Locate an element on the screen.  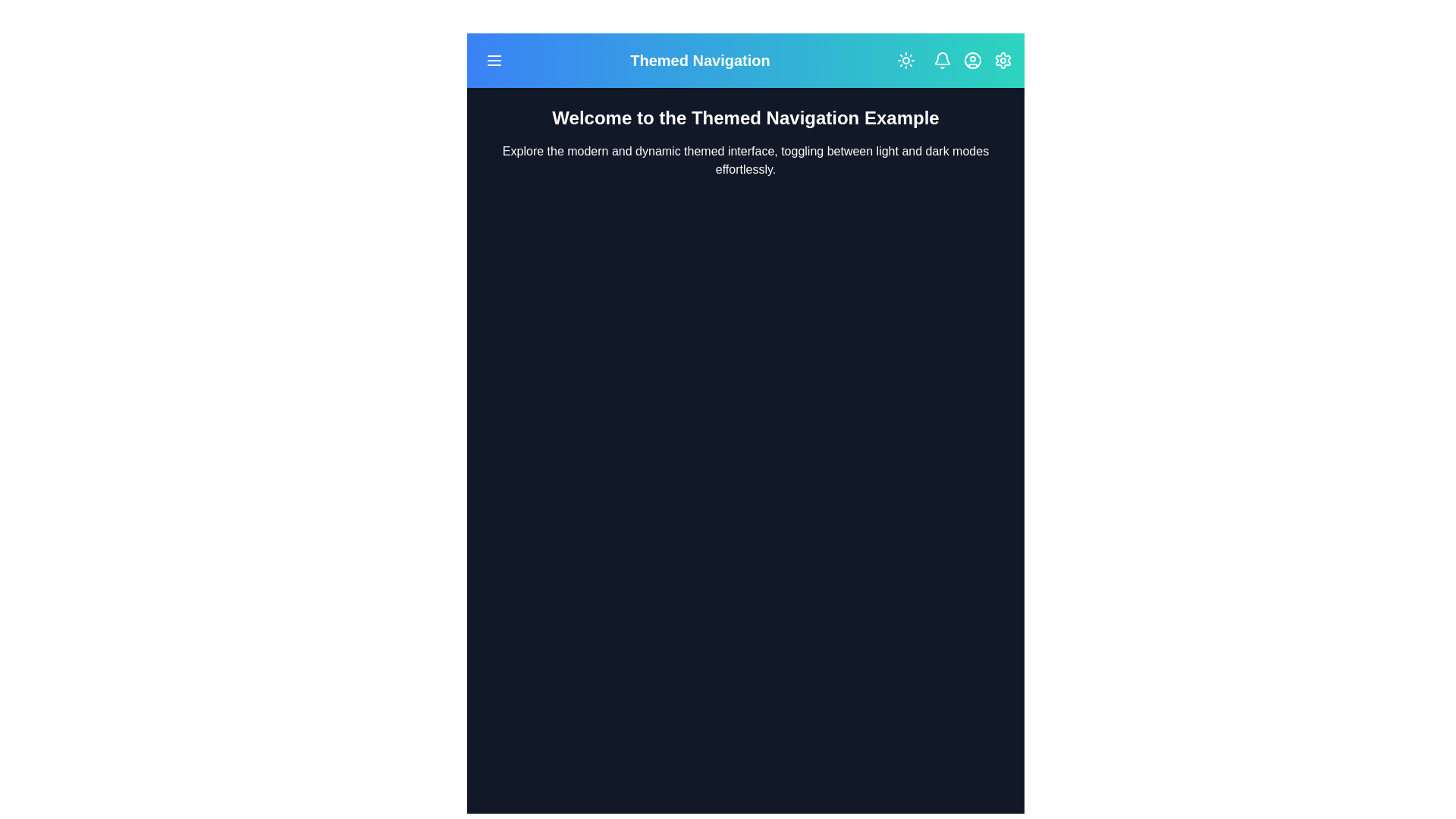
the sun/moon icon to toggle the dark mode is located at coordinates (906, 60).